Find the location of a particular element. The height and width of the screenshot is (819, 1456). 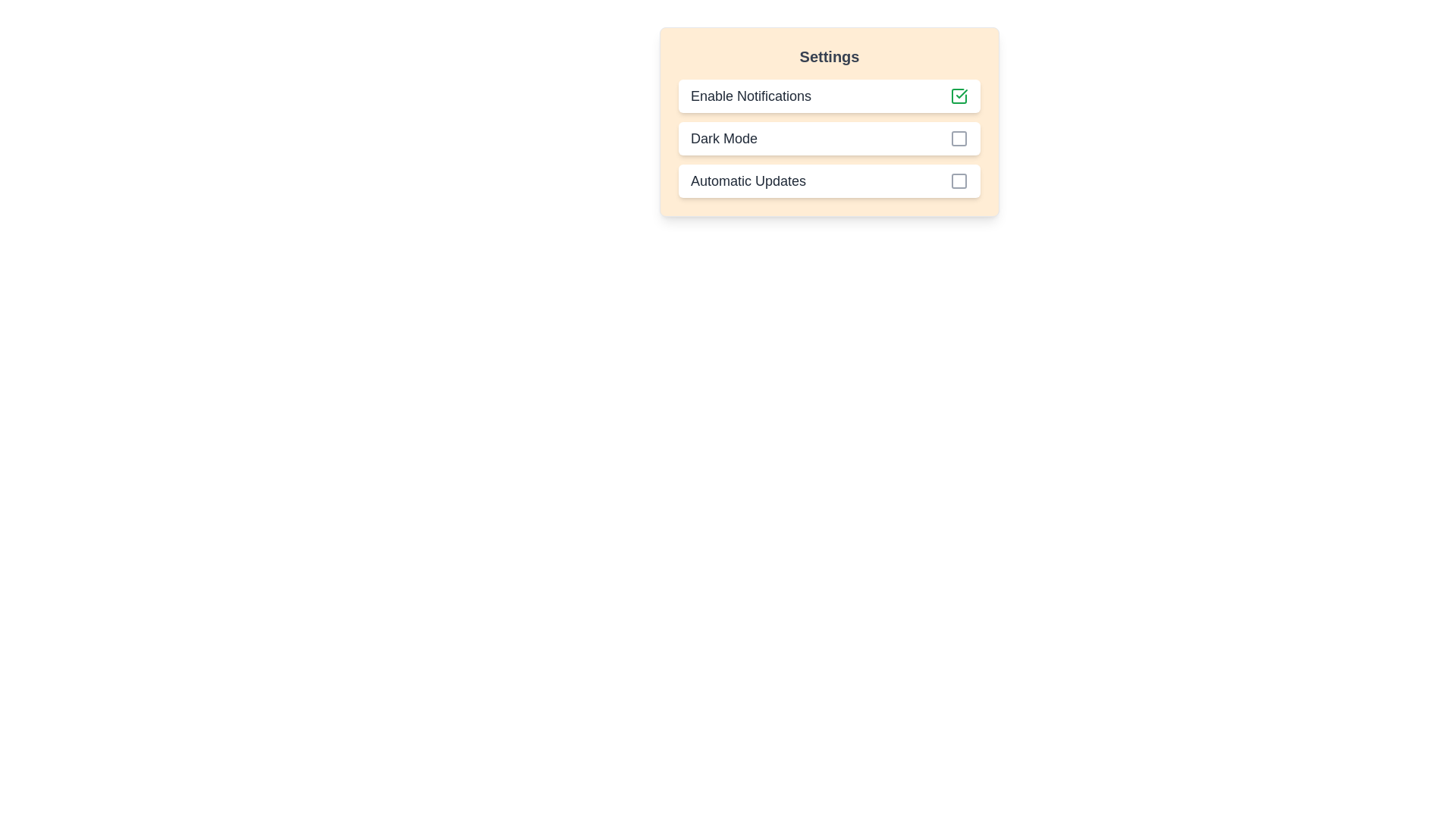

the prominent 'Settings' header text displayed at the top of the light-orange section is located at coordinates (829, 55).